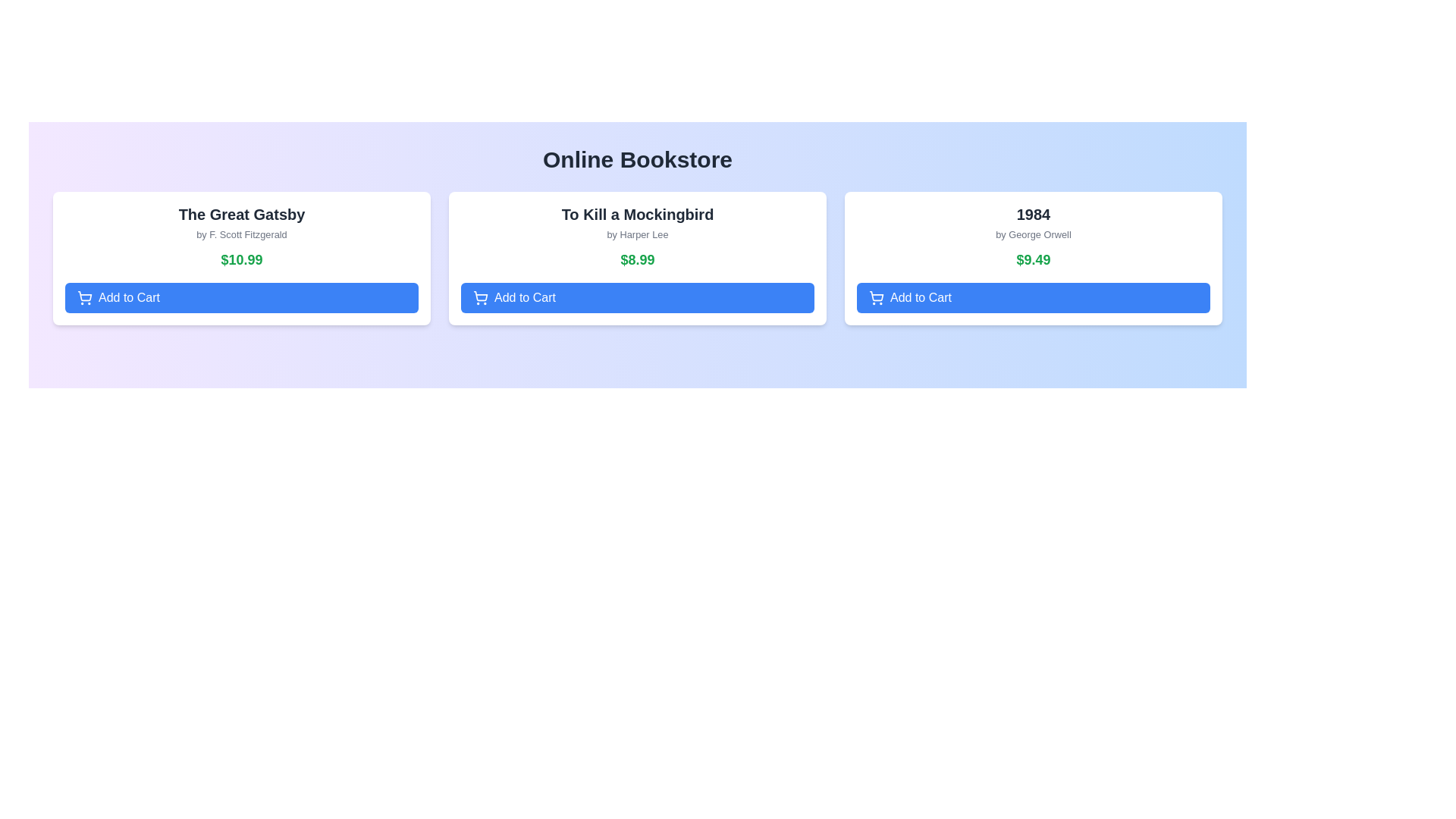 The height and width of the screenshot is (819, 1456). Describe the element at coordinates (240, 214) in the screenshot. I see `the text label displaying 'The Great Gatsby', which is the title text at the top of the first product card in a row of three cards` at that location.